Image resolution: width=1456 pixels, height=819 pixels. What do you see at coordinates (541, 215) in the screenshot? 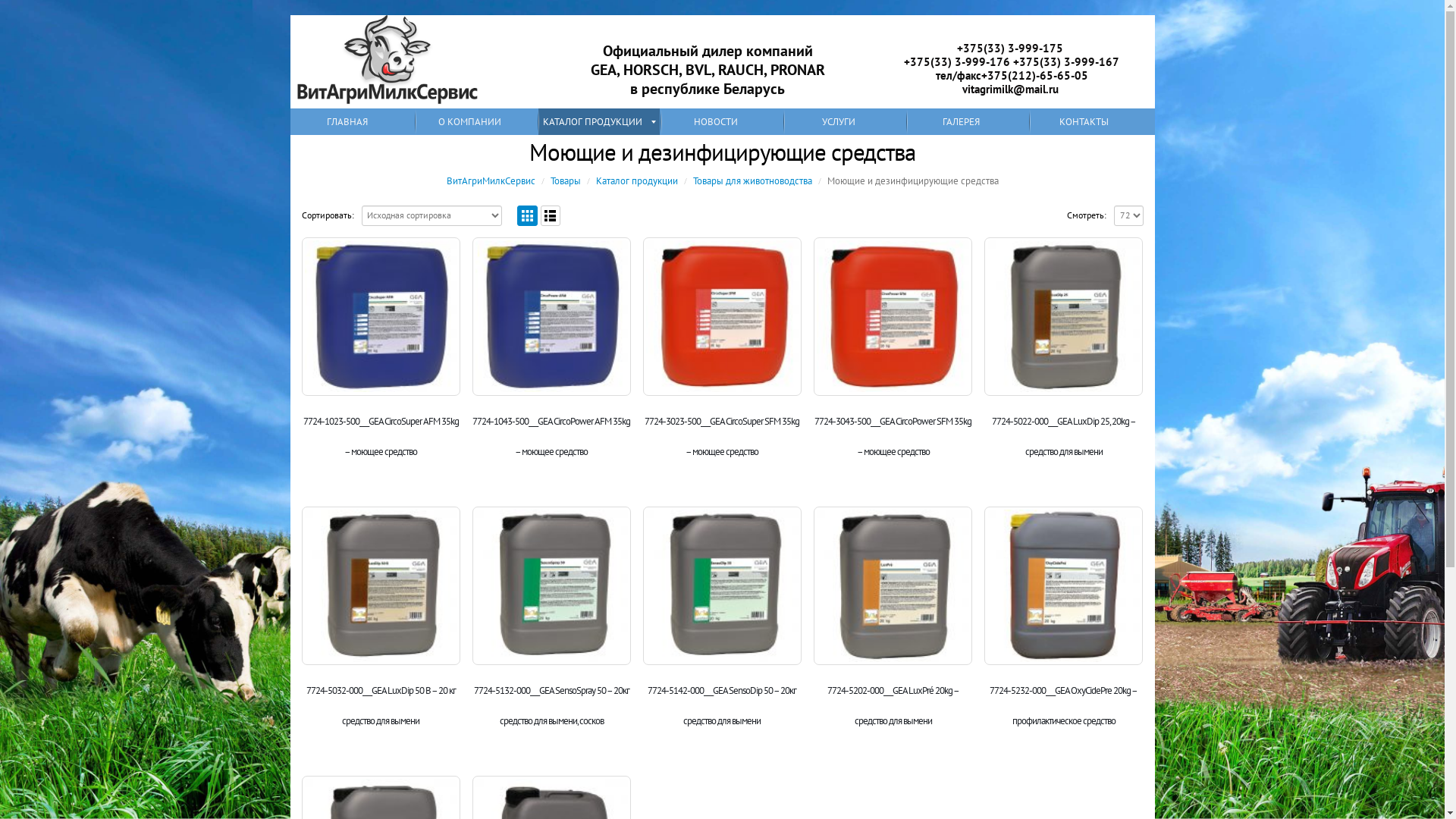
I see `'List View'` at bounding box center [541, 215].